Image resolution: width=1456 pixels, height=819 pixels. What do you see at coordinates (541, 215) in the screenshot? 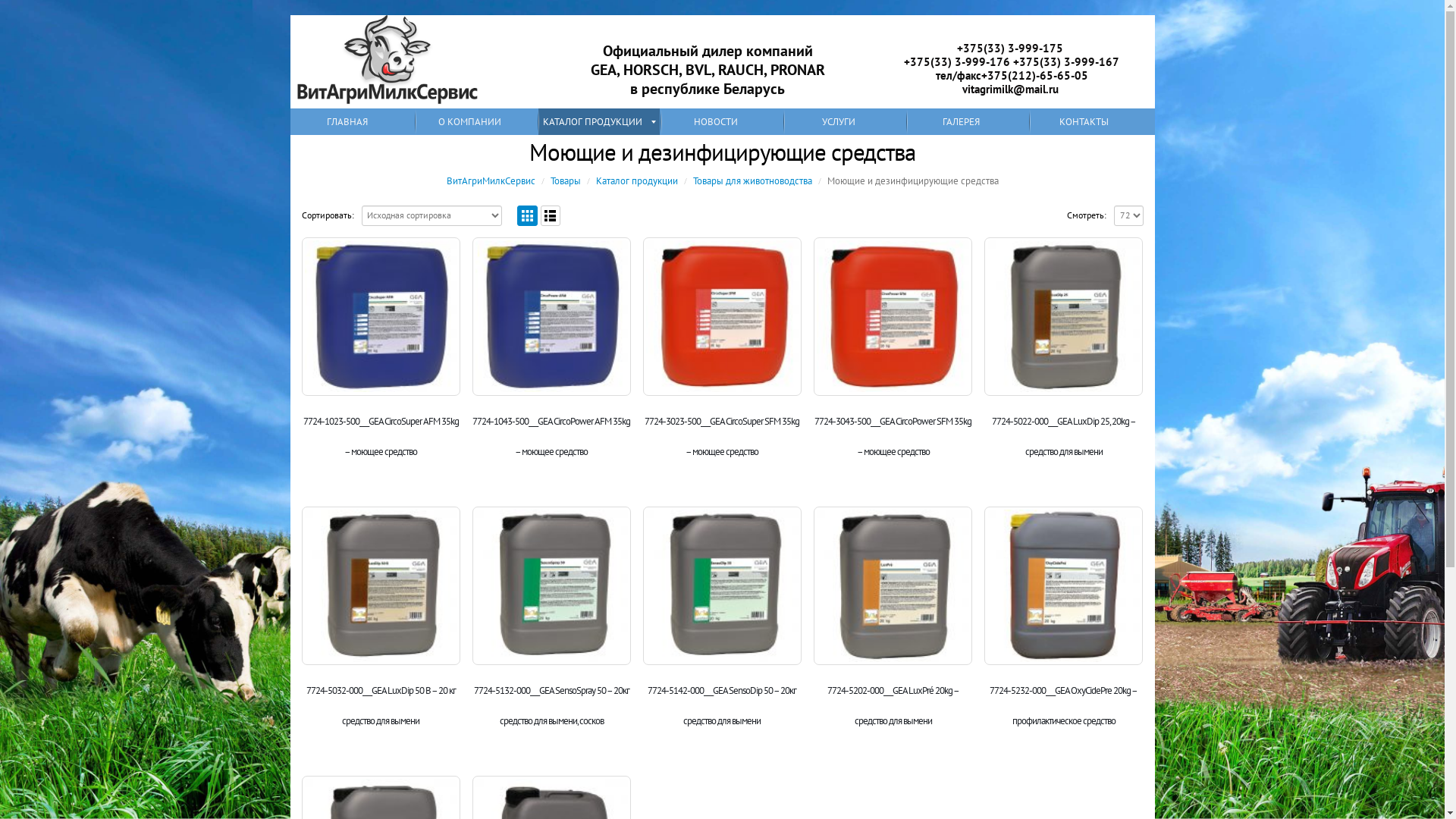
I see `'List View'` at bounding box center [541, 215].